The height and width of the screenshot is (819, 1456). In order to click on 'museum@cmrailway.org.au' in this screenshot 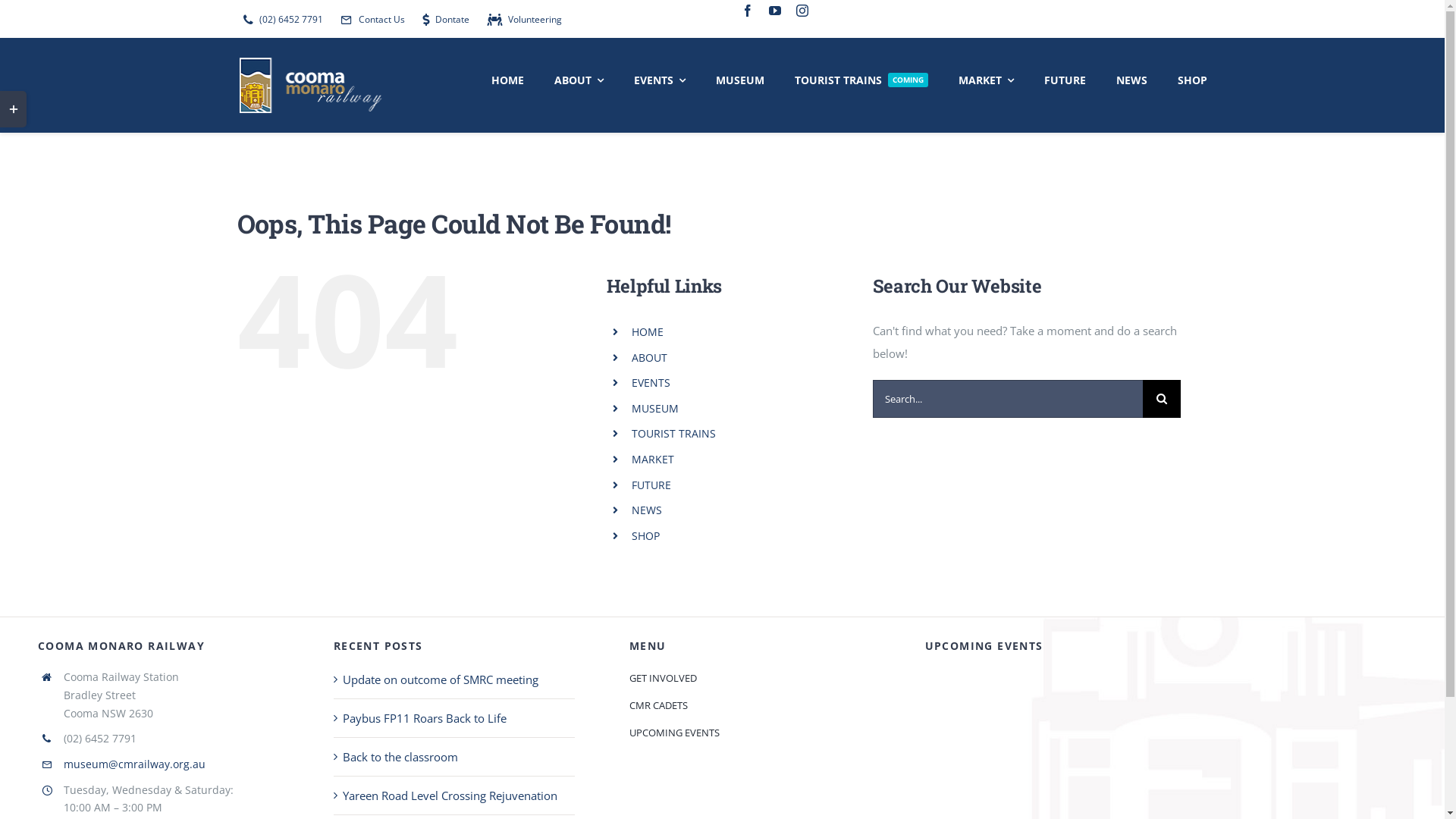, I will do `click(62, 764)`.